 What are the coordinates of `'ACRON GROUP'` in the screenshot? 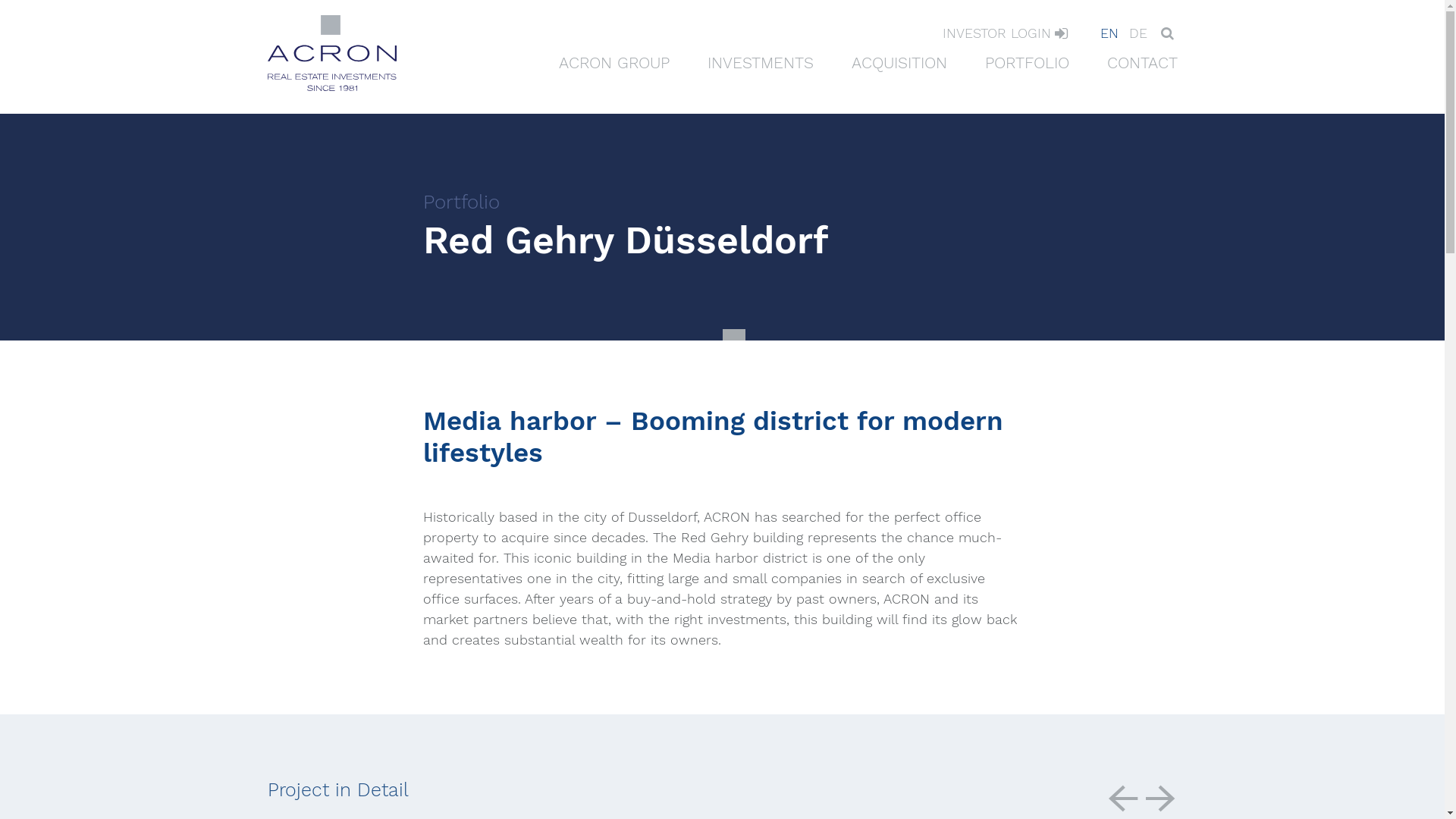 It's located at (613, 61).